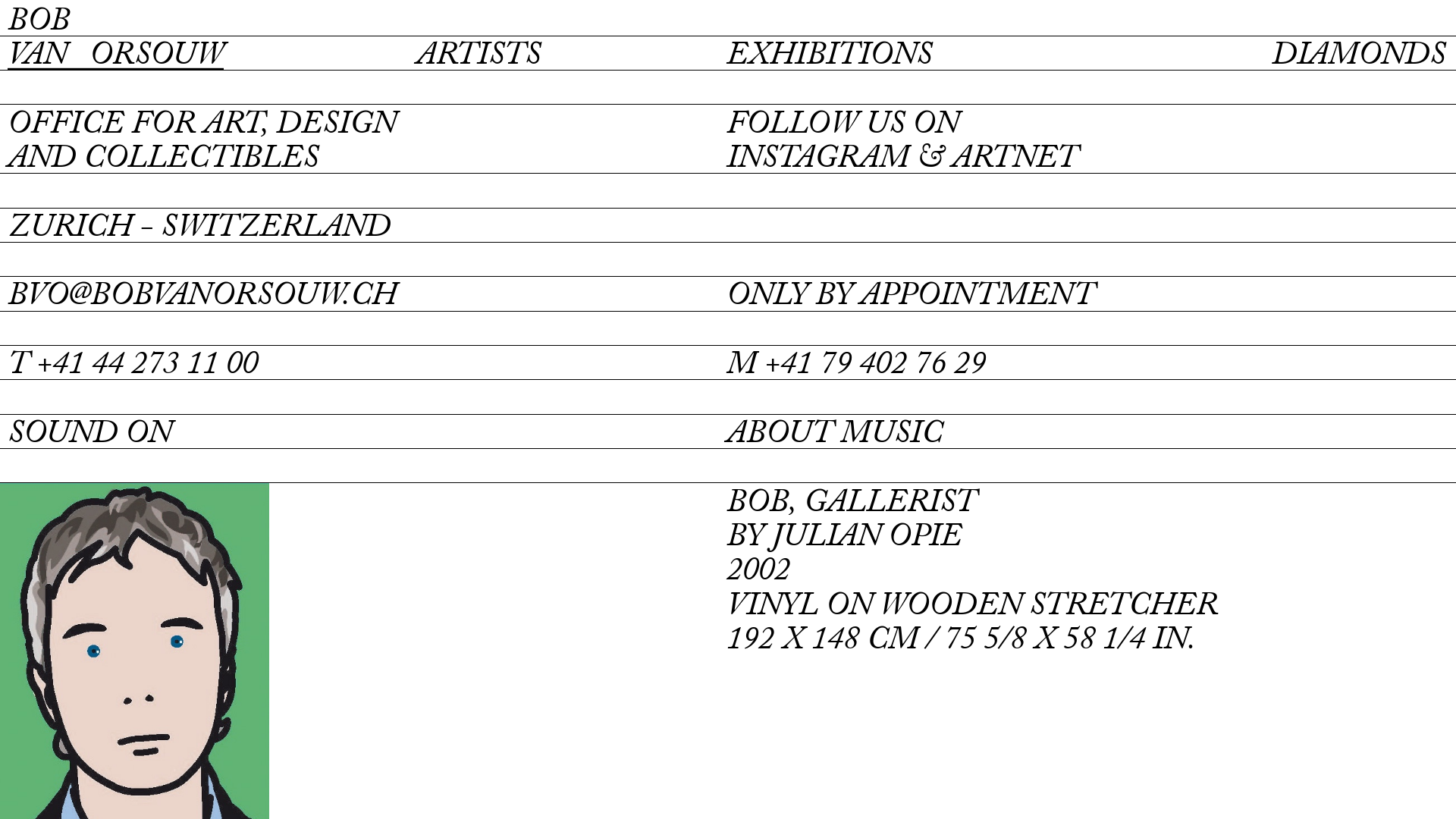 Image resolution: width=1456 pixels, height=819 pixels. I want to click on 'BOB, so click(115, 39).